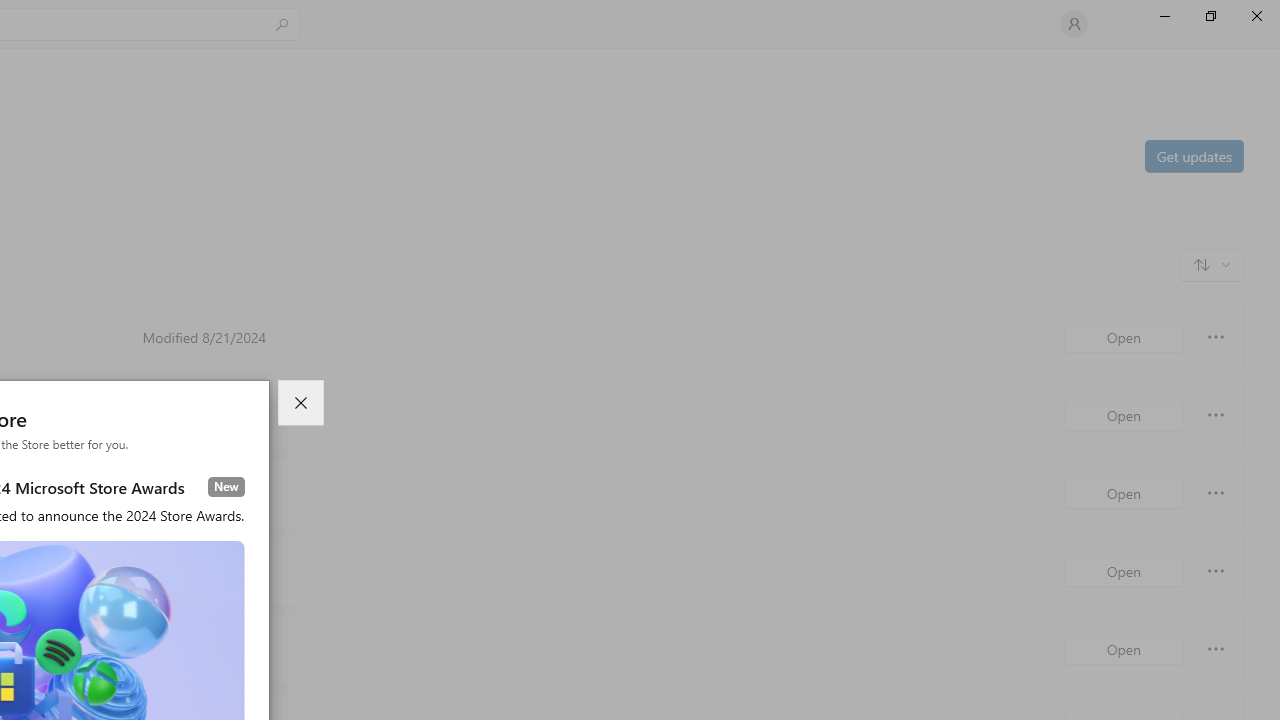 This screenshot has height=720, width=1280. Describe the element at coordinates (1164, 15) in the screenshot. I see `'Minimize Microsoft Store'` at that location.